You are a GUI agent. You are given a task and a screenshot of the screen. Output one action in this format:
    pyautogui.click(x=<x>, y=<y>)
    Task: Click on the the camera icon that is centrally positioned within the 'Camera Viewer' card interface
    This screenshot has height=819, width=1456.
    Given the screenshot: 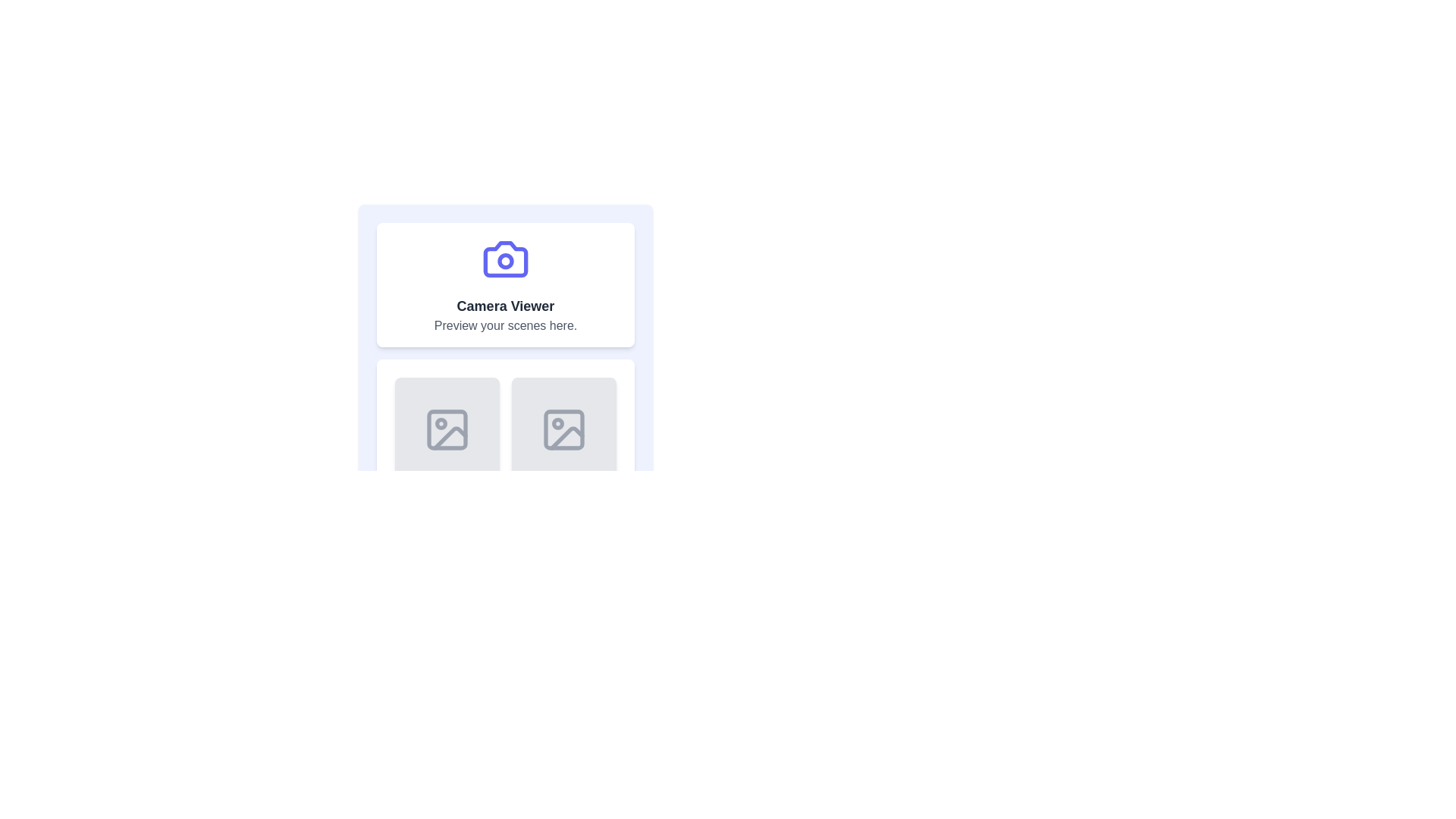 What is the action you would take?
    pyautogui.click(x=506, y=259)
    